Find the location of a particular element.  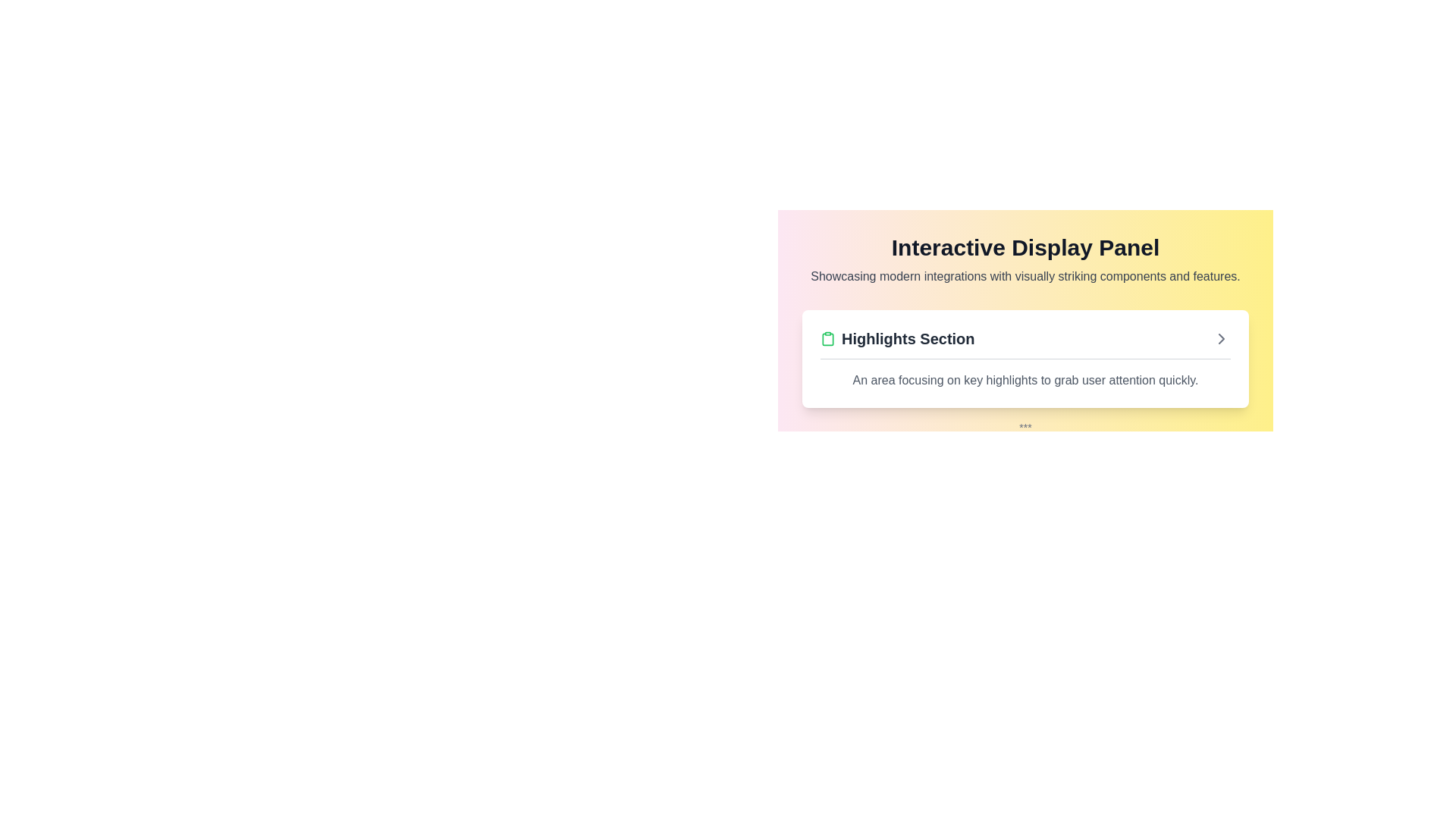

the header text that introduces and emphasizes the section content, located at the top of the rectangular section in the interface is located at coordinates (1025, 247).